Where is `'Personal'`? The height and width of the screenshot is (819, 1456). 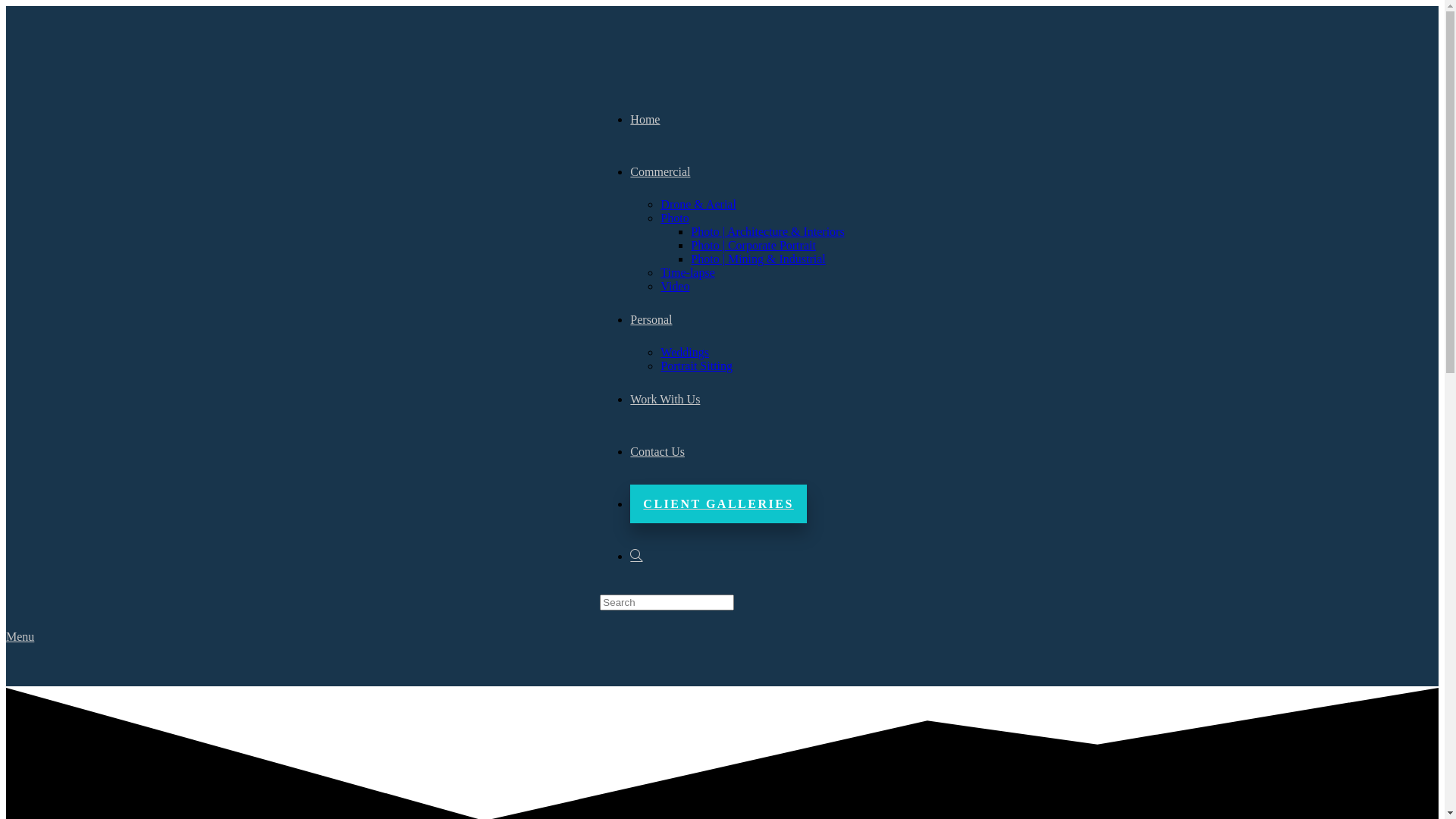 'Personal' is located at coordinates (651, 318).